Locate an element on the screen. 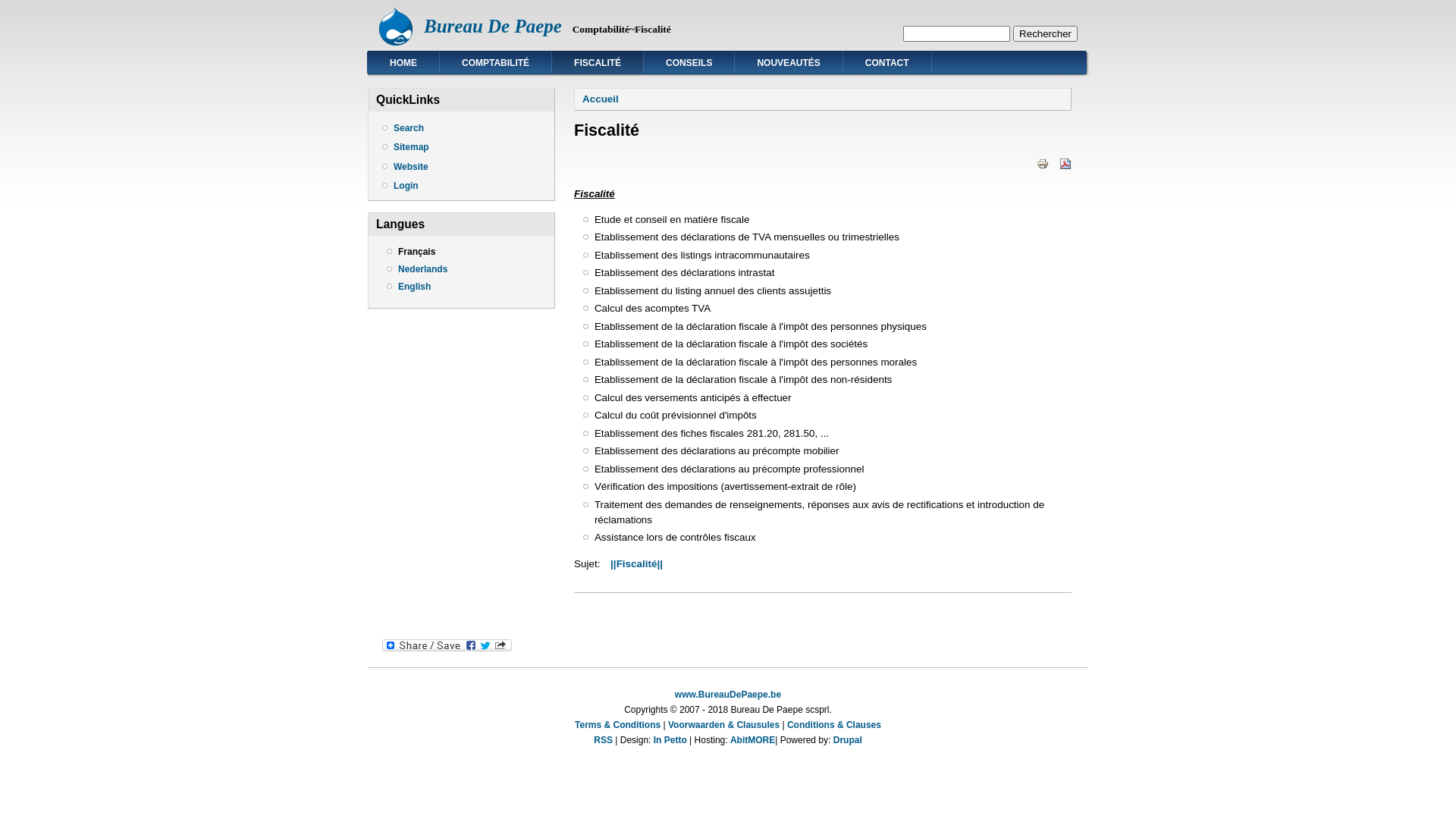 This screenshot has width=1456, height=819. 'RSS' is located at coordinates (602, 739).